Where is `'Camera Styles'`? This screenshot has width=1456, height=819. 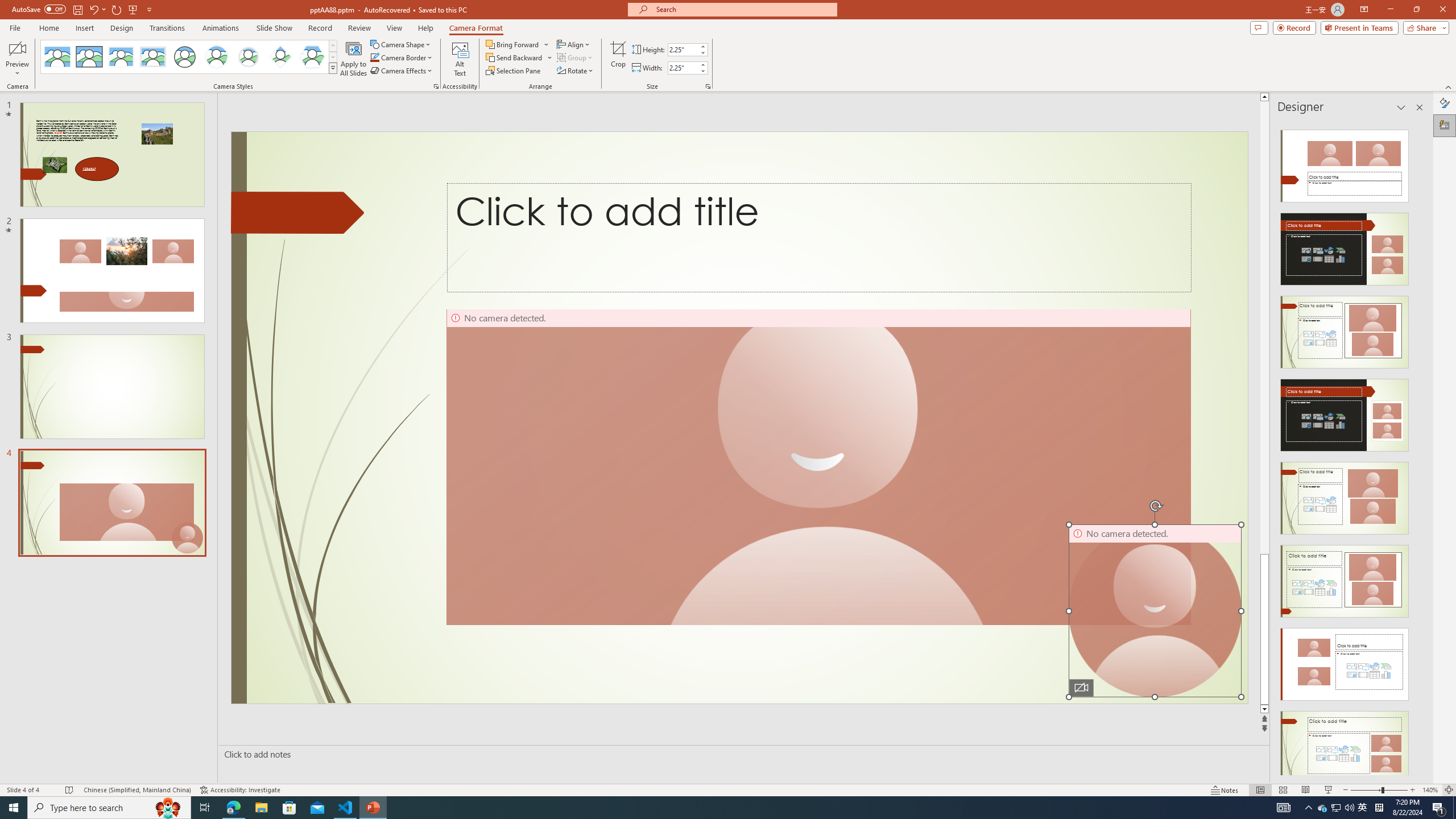
'Camera Styles' is located at coordinates (333, 67).